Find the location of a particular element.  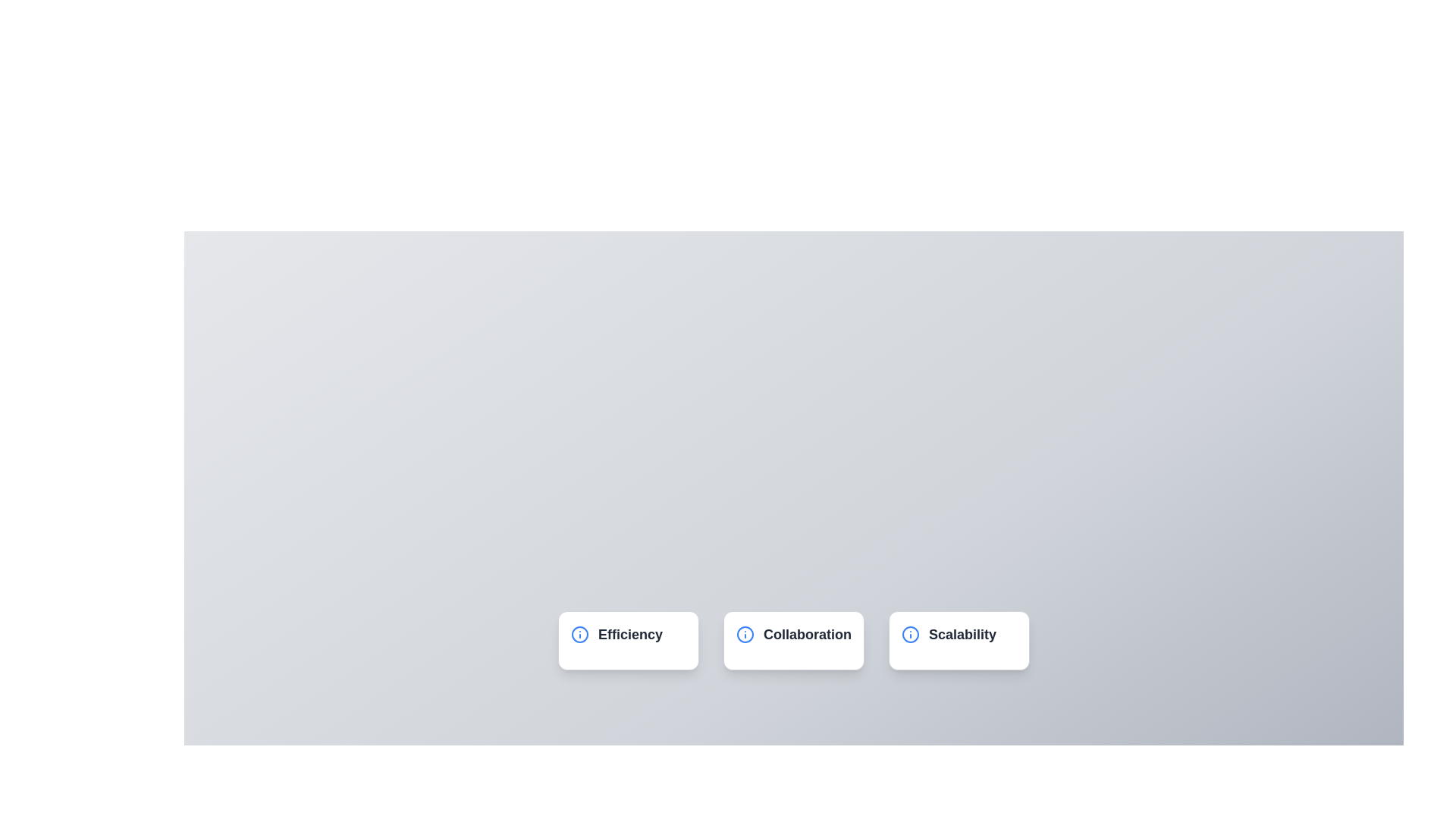

the Informational icon located to the left of the 'Efficiency' label is located at coordinates (579, 635).